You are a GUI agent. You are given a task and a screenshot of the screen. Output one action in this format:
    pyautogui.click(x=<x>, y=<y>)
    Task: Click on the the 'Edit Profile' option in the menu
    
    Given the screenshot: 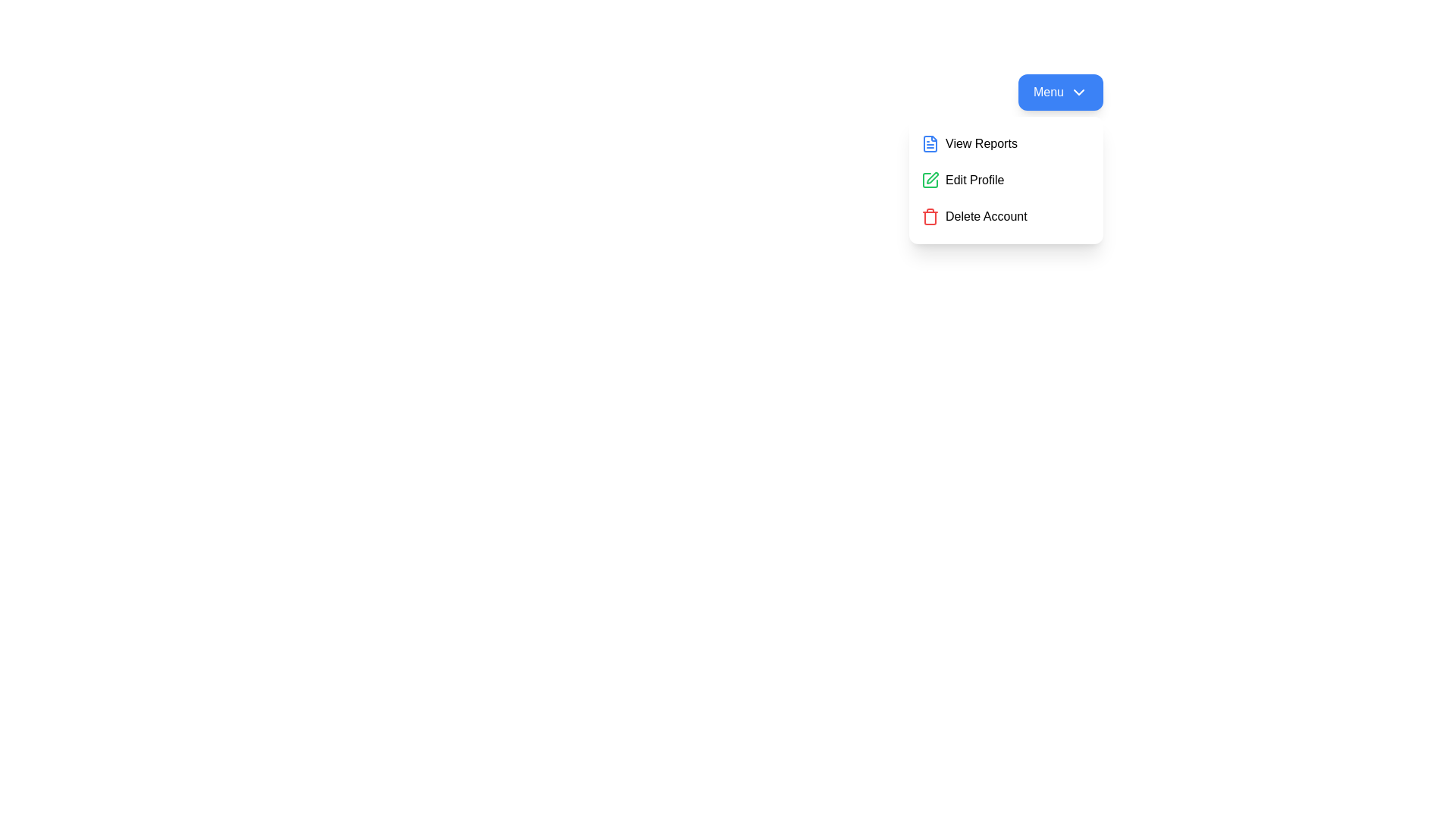 What is the action you would take?
    pyautogui.click(x=1006, y=180)
    